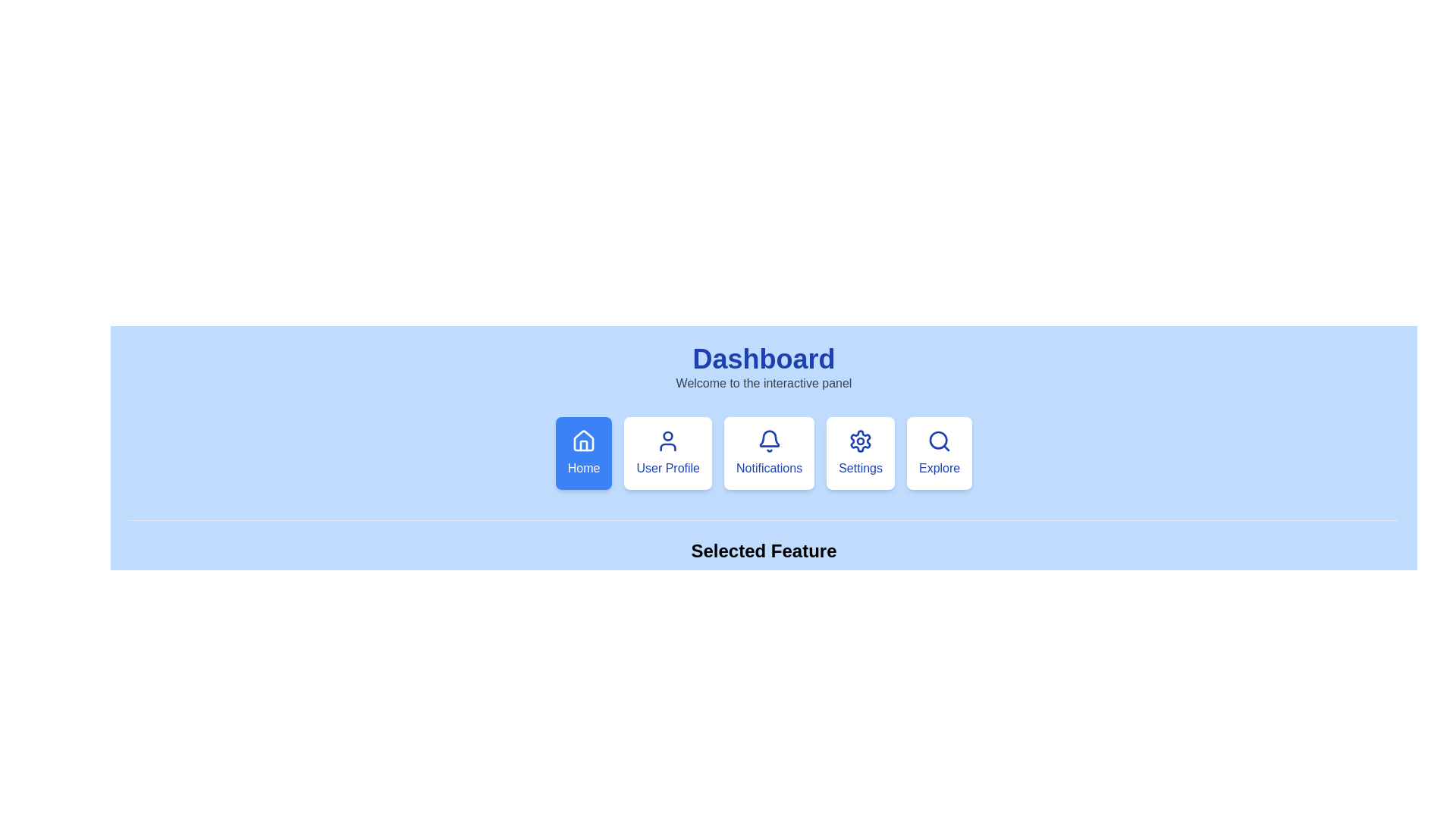  Describe the element at coordinates (861, 441) in the screenshot. I see `the gear-shaped icon with a blue outline located in the fourth box from the left in the second row of the interface, below the 'Dashboard' heading` at that location.